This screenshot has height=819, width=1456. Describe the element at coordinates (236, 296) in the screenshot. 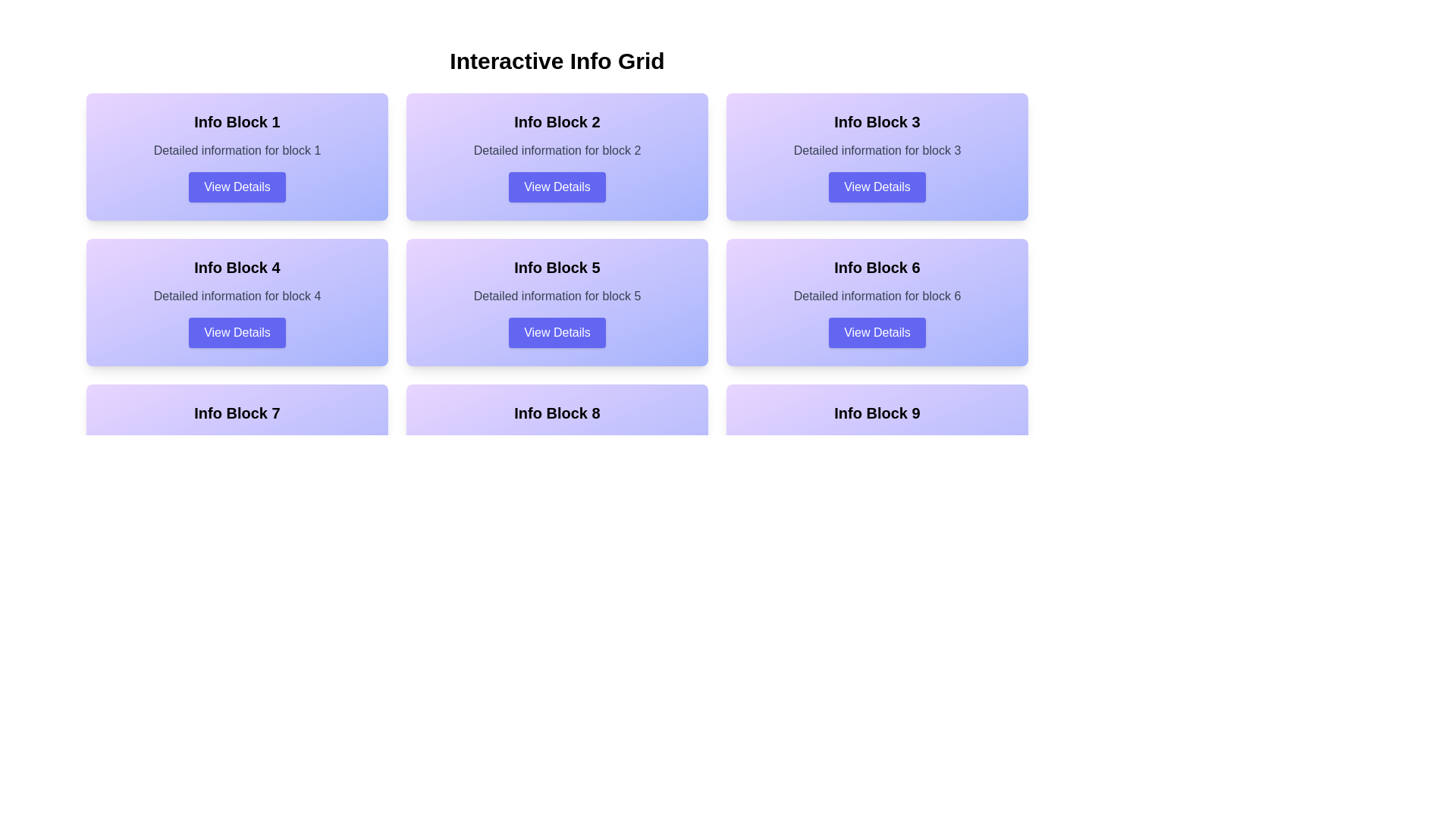

I see `the descriptive text content located within 'Info Block 4', which provides additional context about 'Block 4'` at that location.